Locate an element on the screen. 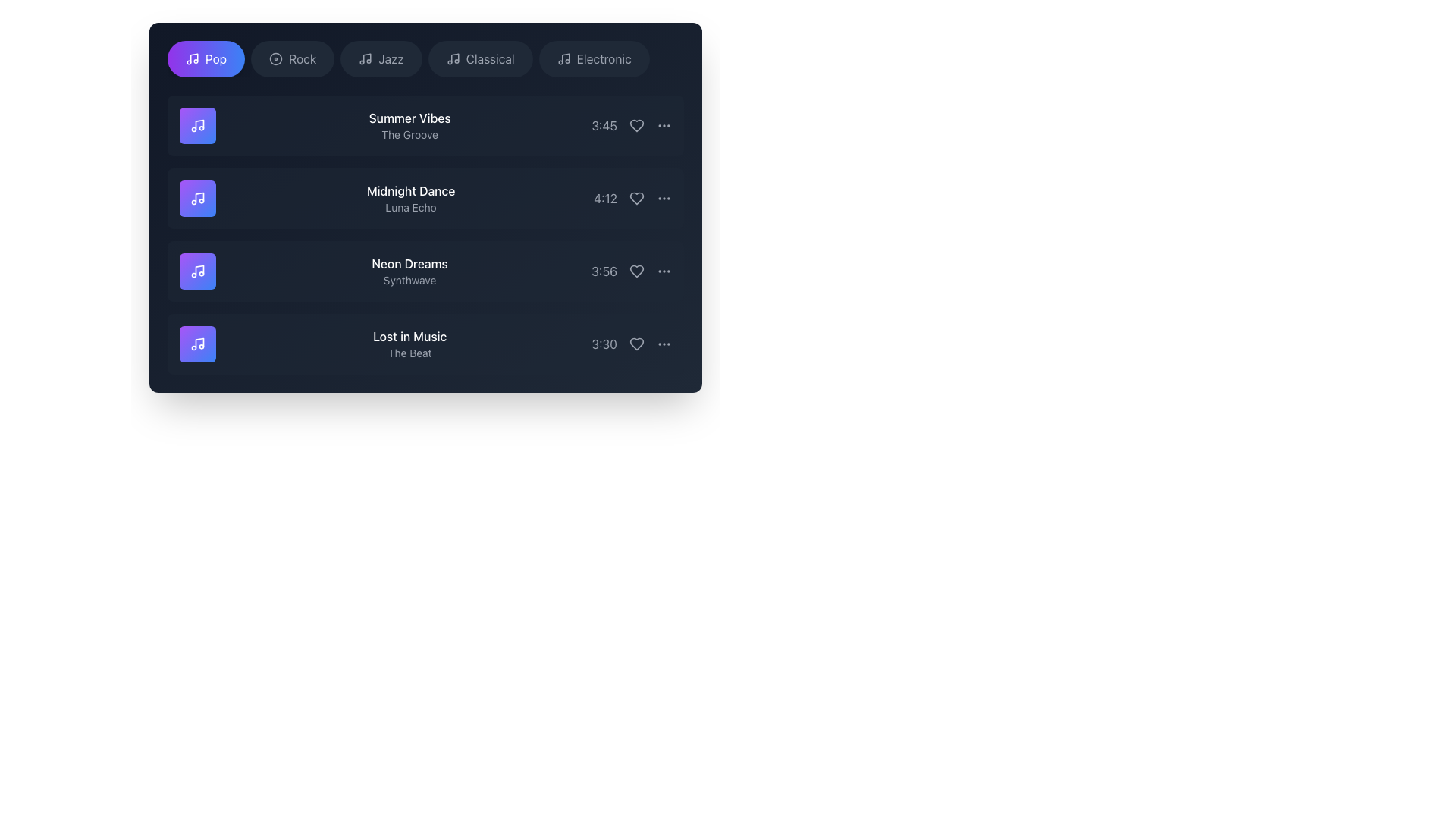 This screenshot has height=819, width=1456. the jazz music icon located within the 'Jazz' button in the horizontal navigation bar, which is the third button from the left is located at coordinates (366, 58).